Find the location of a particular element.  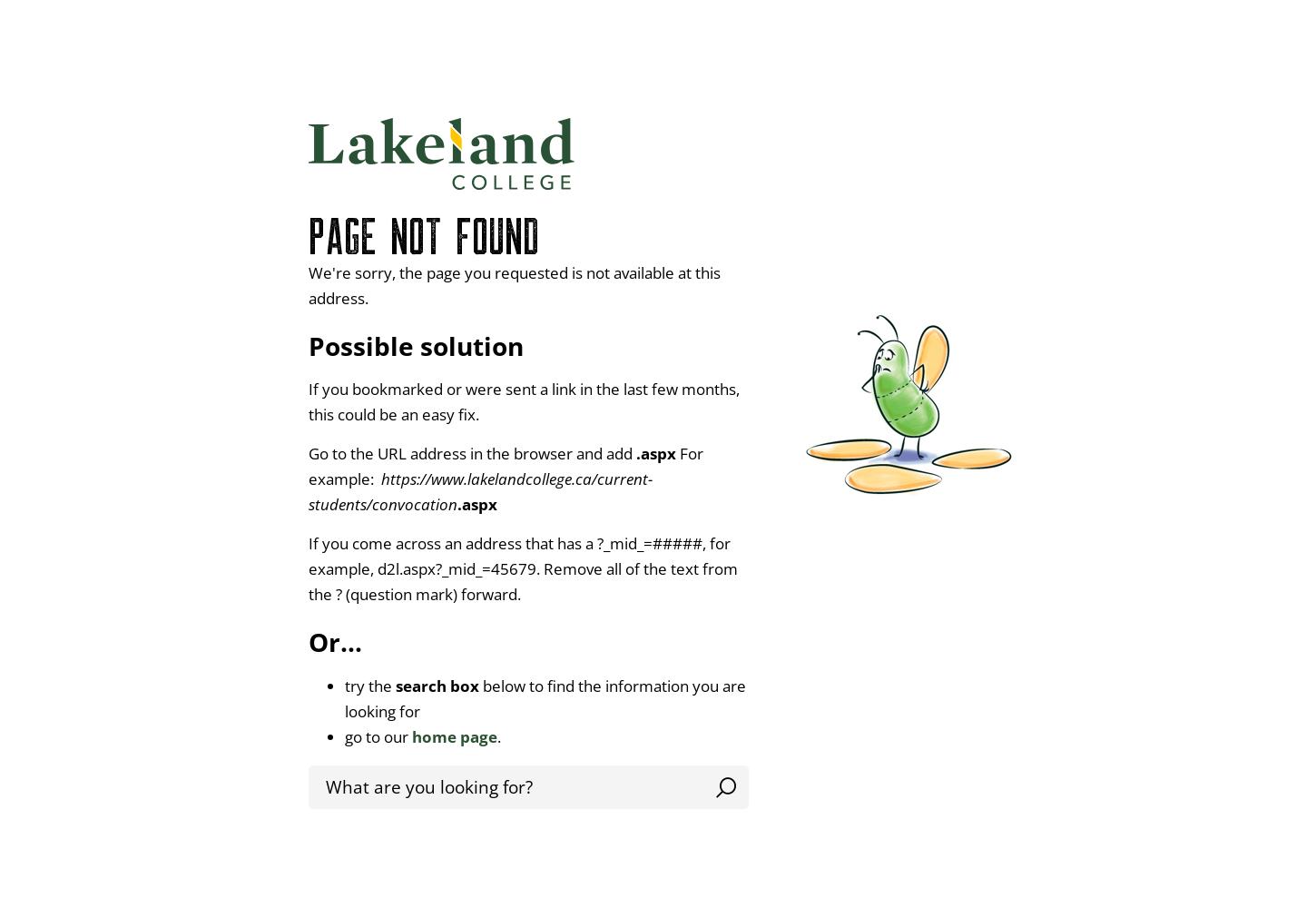

'.' is located at coordinates (498, 736).